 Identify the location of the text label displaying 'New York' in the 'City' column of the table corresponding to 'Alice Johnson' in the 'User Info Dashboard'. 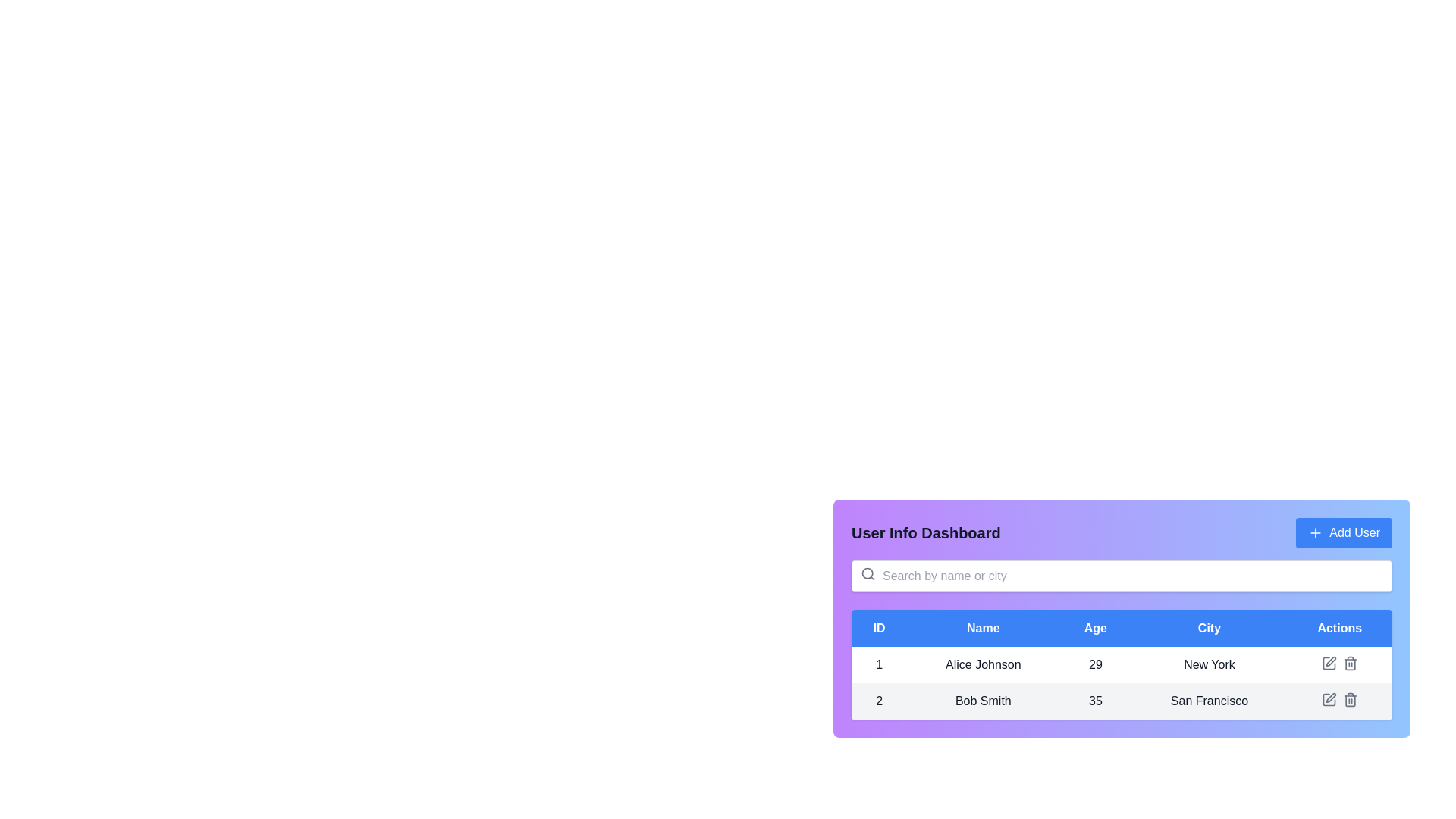
(1208, 664).